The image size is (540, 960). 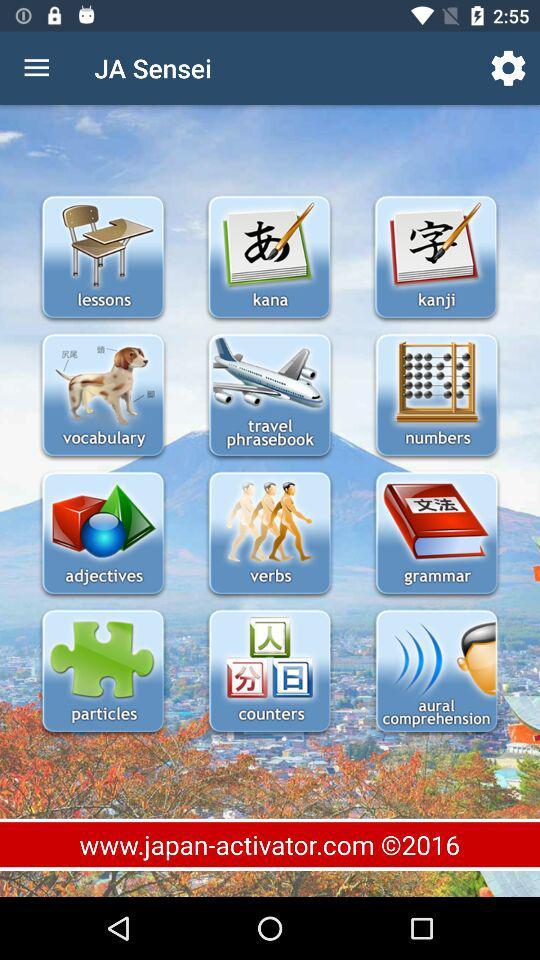 What do you see at coordinates (103, 673) in the screenshot?
I see `open particles` at bounding box center [103, 673].